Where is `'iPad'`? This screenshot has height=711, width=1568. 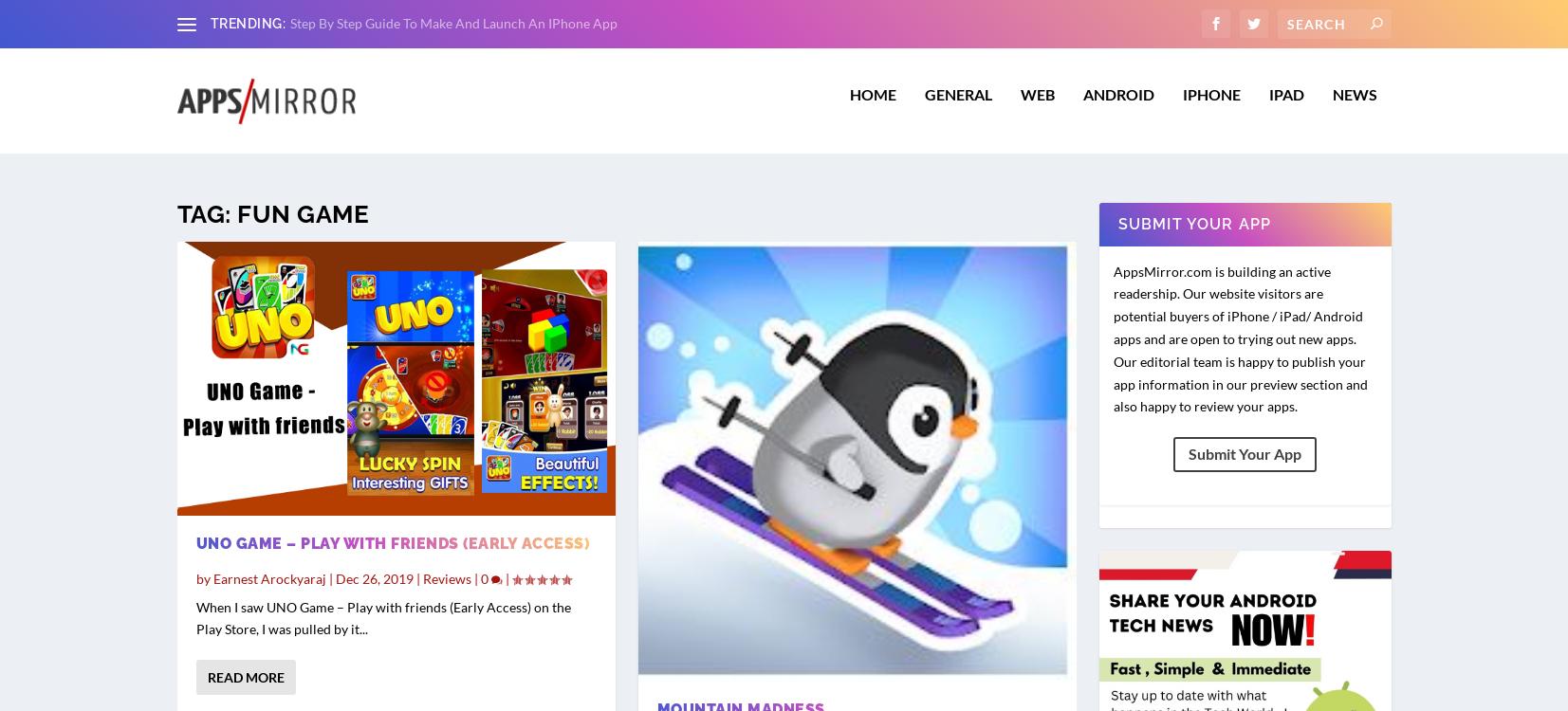
'iPad' is located at coordinates (1285, 104).